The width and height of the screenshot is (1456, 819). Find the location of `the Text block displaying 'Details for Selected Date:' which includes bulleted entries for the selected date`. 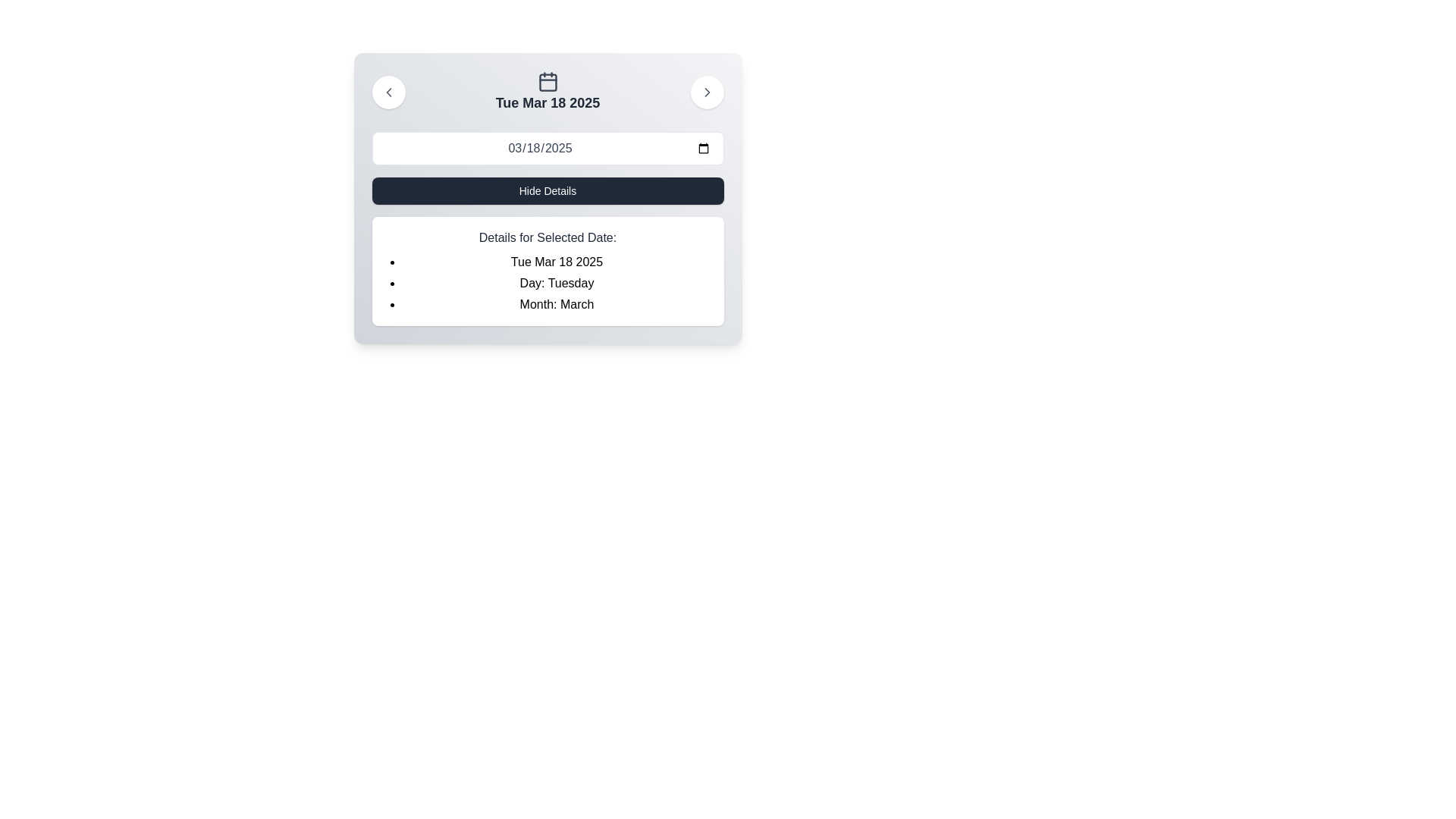

the Text block displaying 'Details for Selected Date:' which includes bulleted entries for the selected date is located at coordinates (547, 271).